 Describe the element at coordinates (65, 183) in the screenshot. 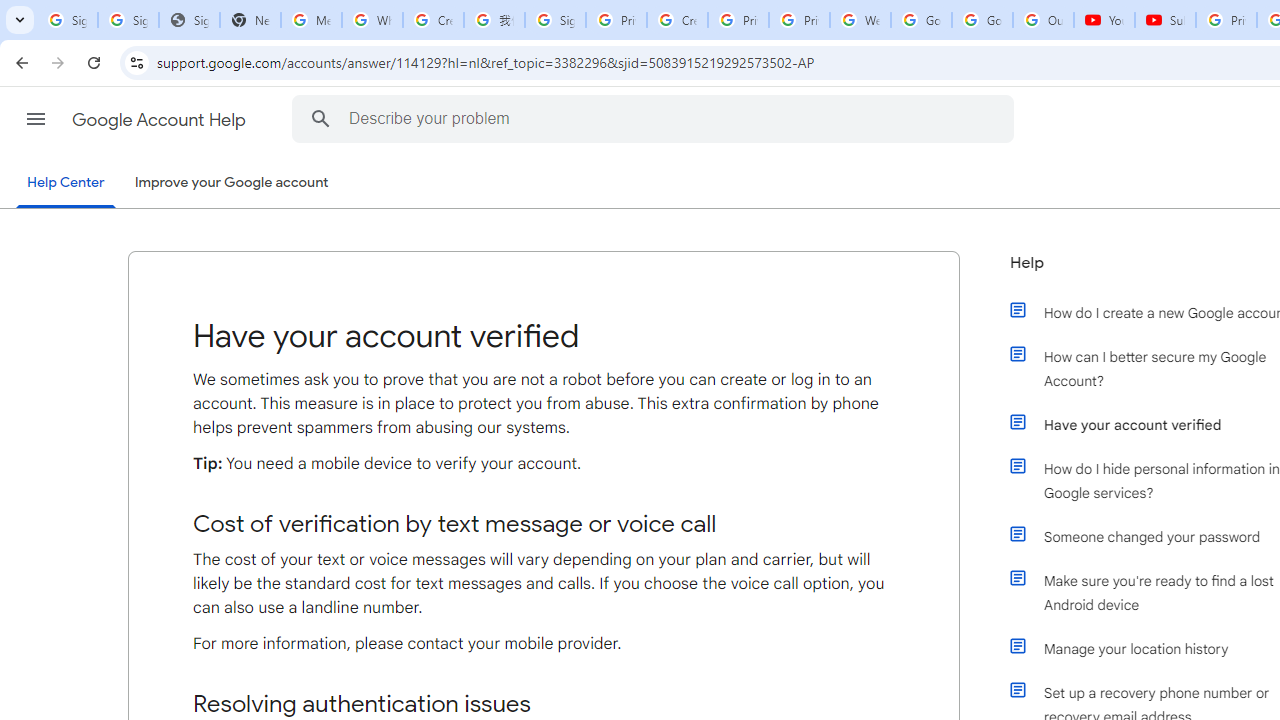

I see `'Help Center'` at that location.